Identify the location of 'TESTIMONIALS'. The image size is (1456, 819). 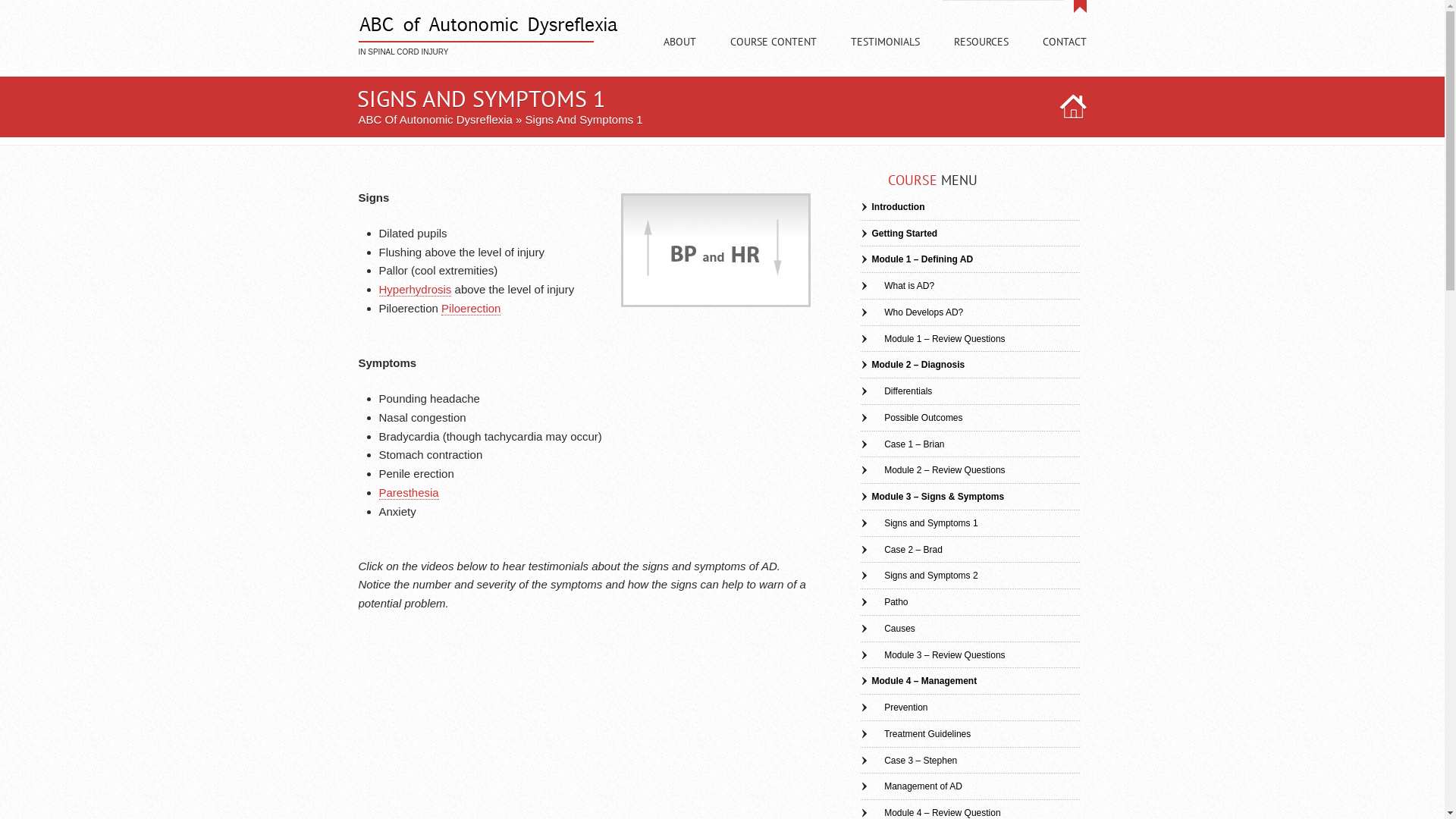
(885, 55).